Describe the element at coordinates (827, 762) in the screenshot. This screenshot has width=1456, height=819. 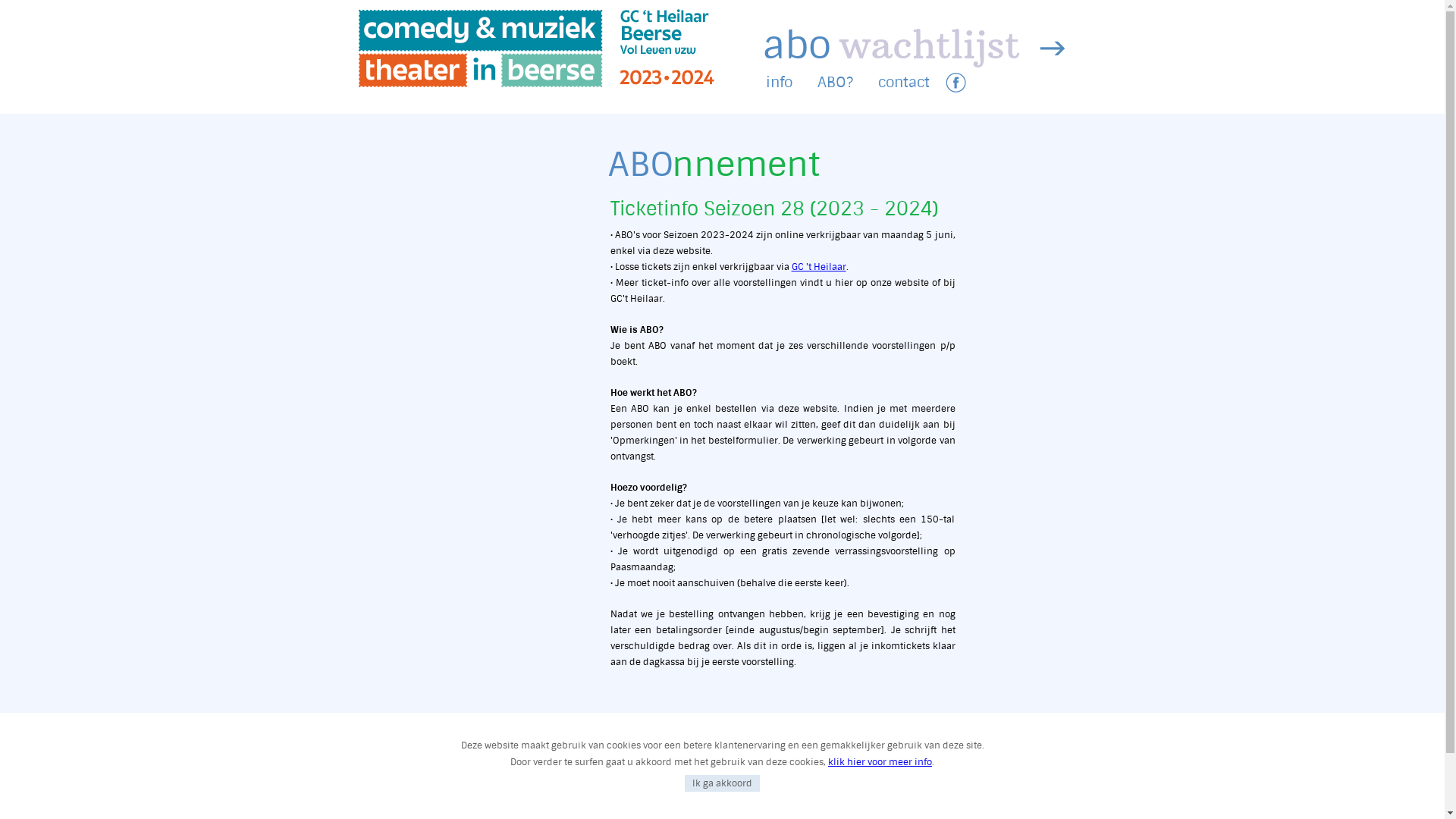
I see `'klik hier voor meer info'` at that location.